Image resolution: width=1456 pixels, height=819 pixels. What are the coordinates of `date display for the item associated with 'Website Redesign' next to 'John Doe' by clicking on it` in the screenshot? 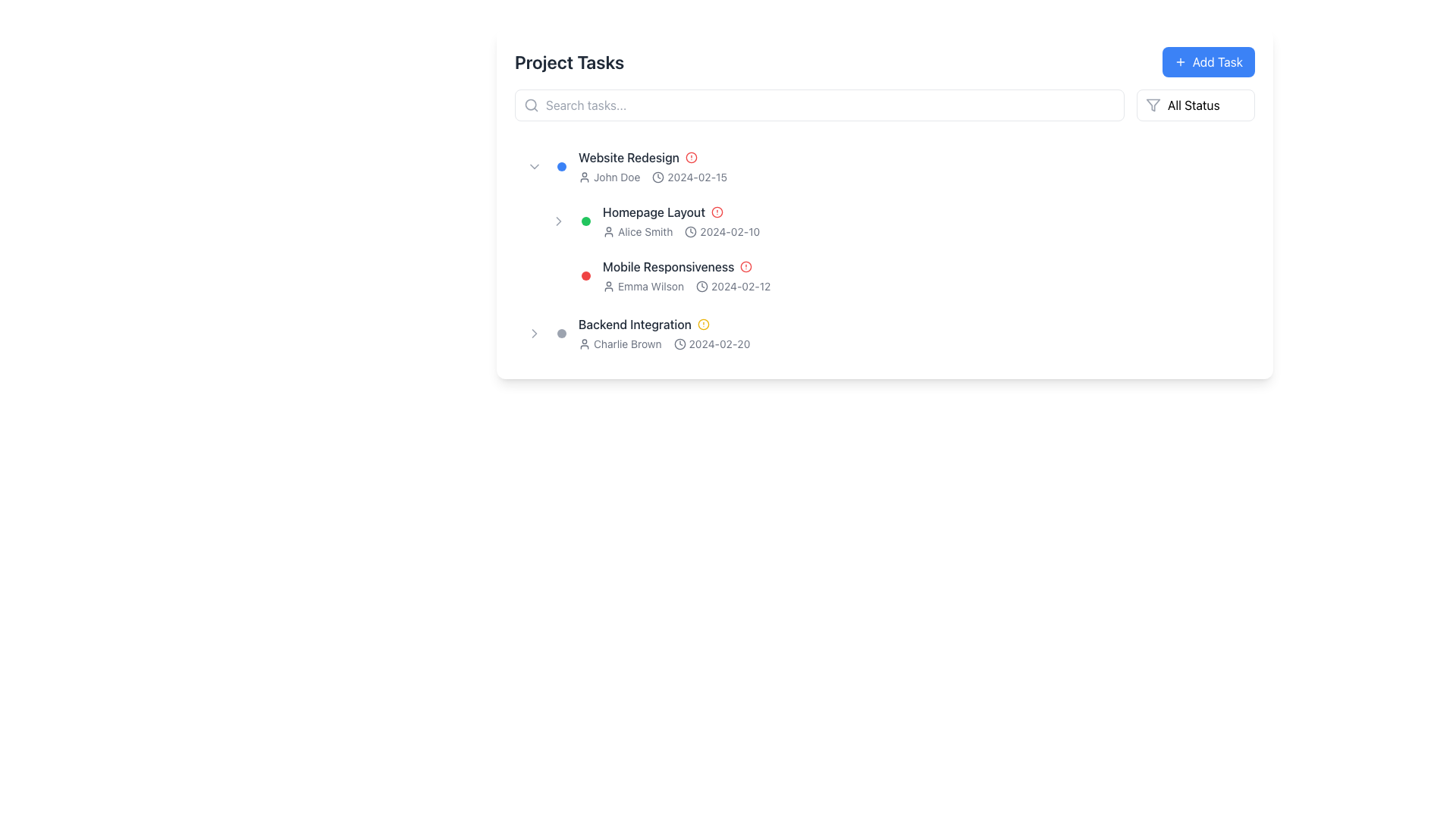 It's located at (689, 177).